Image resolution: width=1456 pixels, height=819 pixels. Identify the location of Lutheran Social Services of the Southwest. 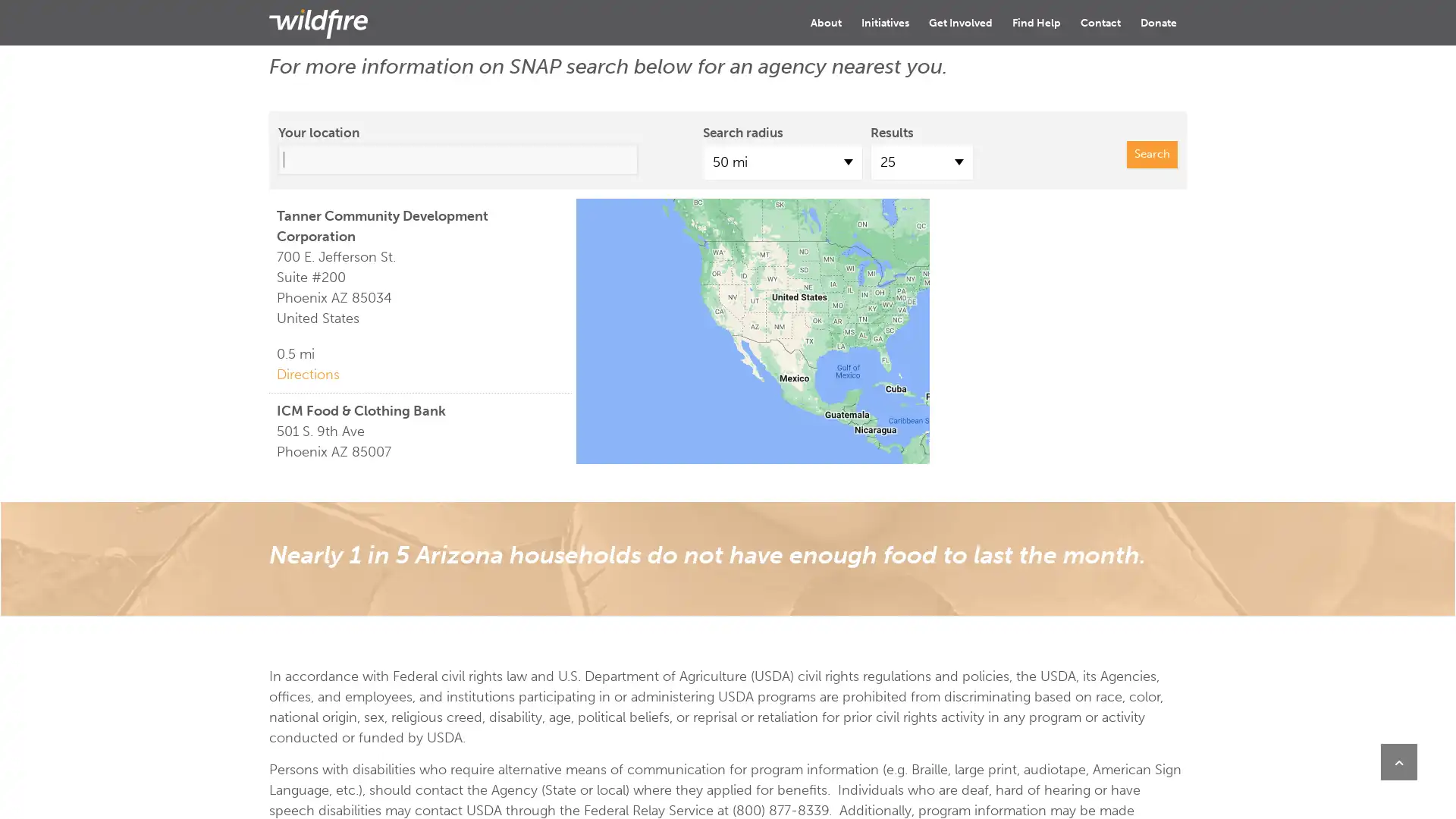
(912, 300).